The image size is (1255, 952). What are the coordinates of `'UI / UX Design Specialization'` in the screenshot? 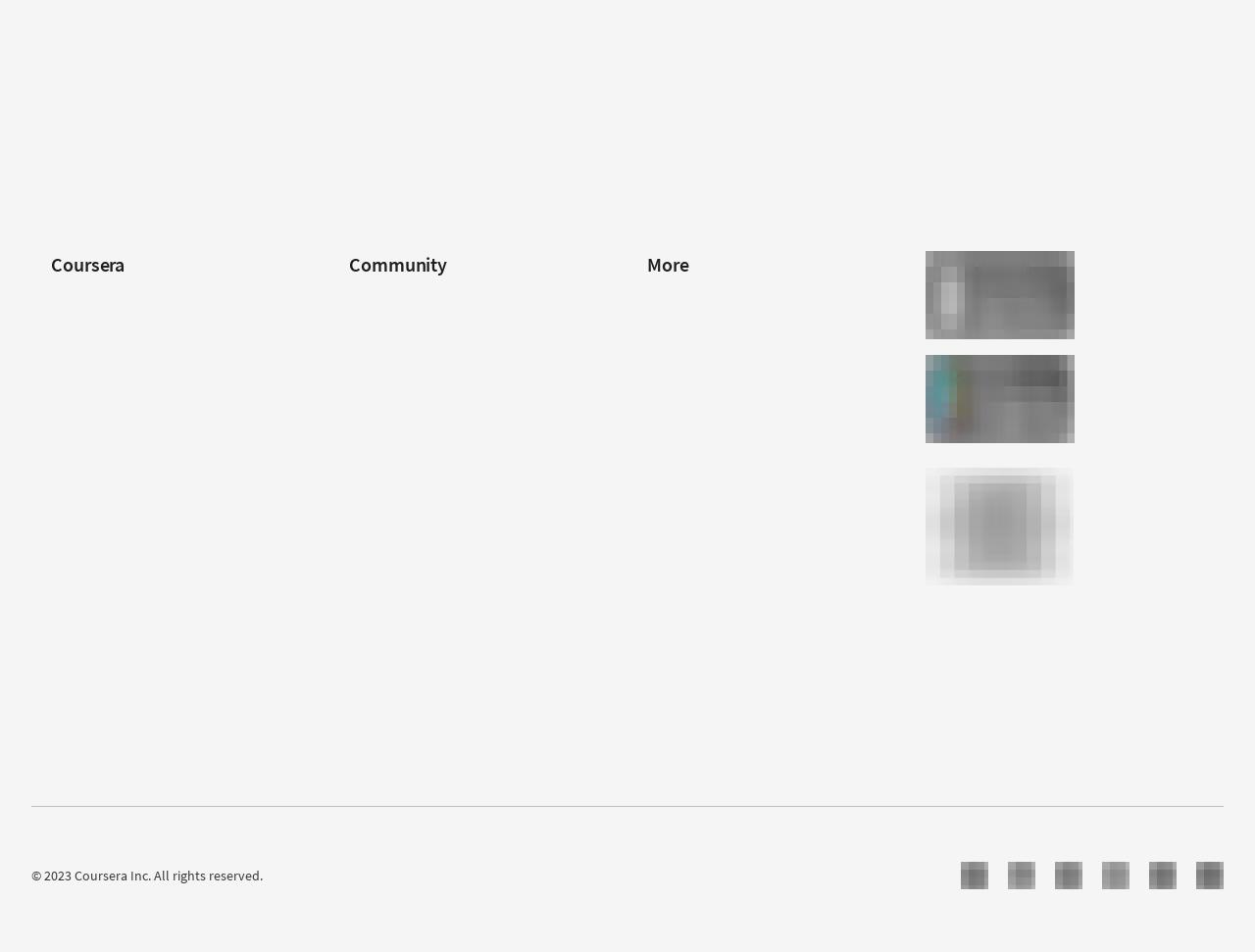 It's located at (430, 117).